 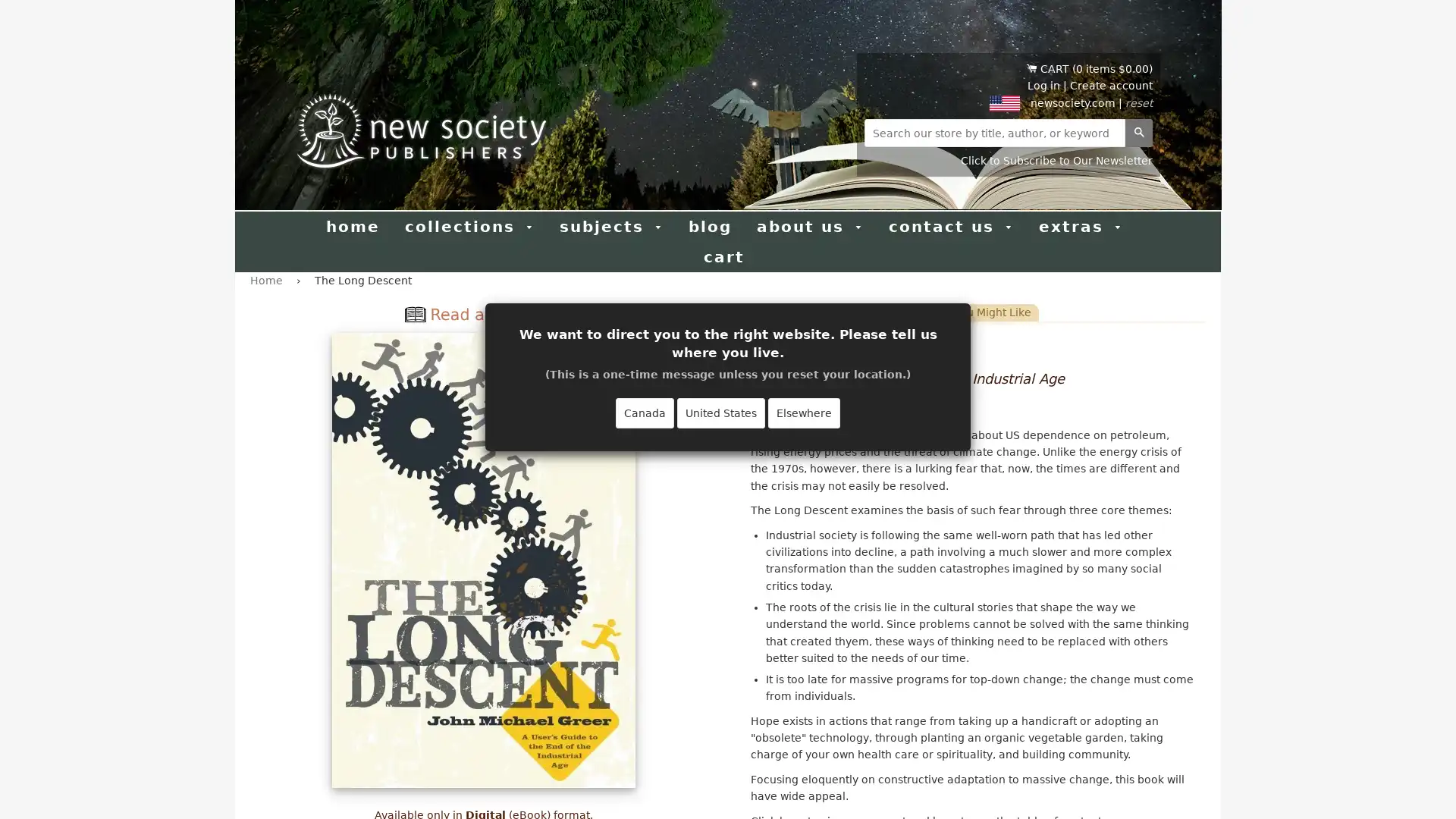 What do you see at coordinates (645, 413) in the screenshot?
I see `Canada` at bounding box center [645, 413].